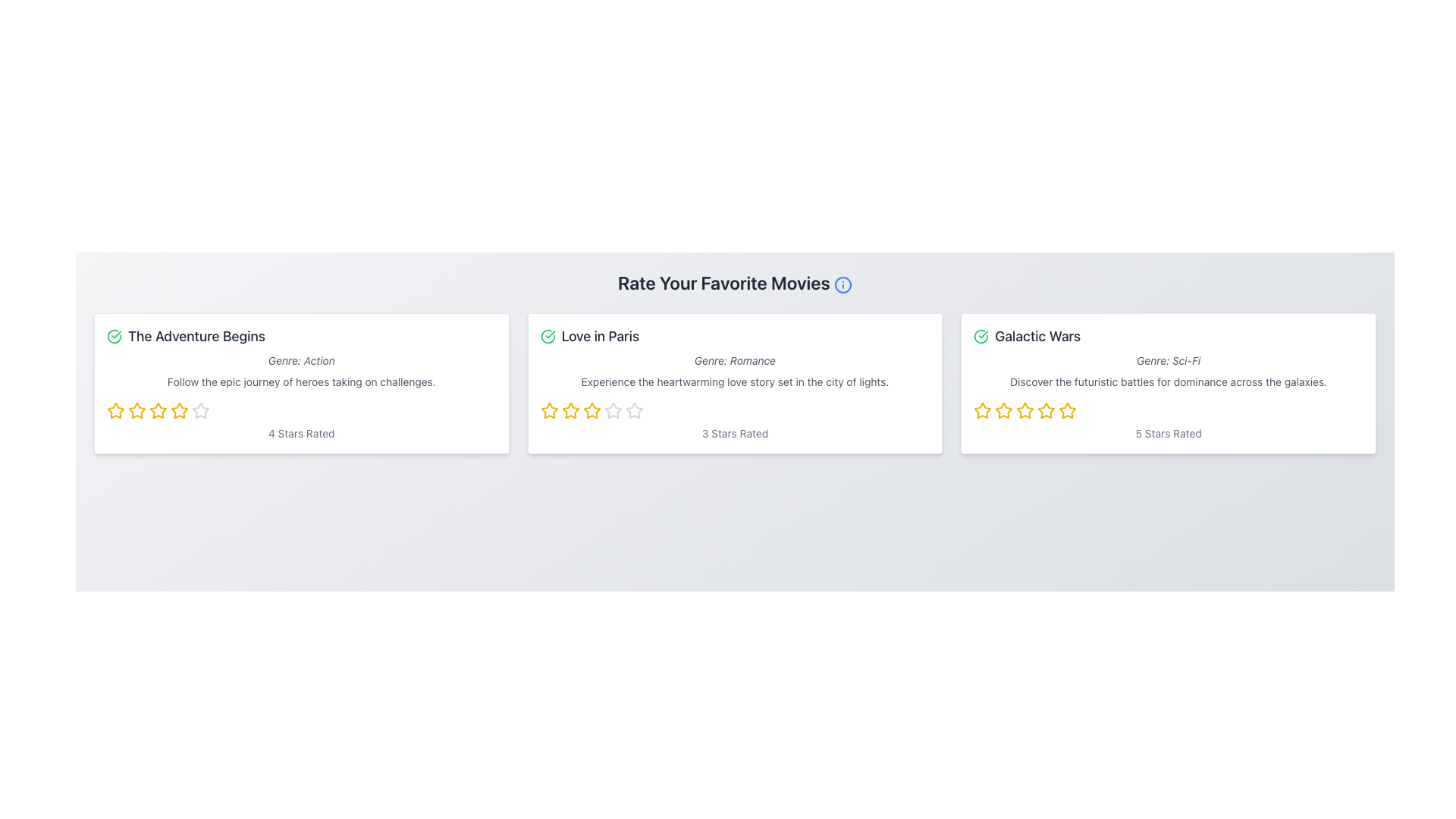 Image resolution: width=1456 pixels, height=819 pixels. Describe the element at coordinates (548, 410) in the screenshot. I see `the first star icon in the five-star rating system for the movie 'Love in Paris' to give a rating` at that location.